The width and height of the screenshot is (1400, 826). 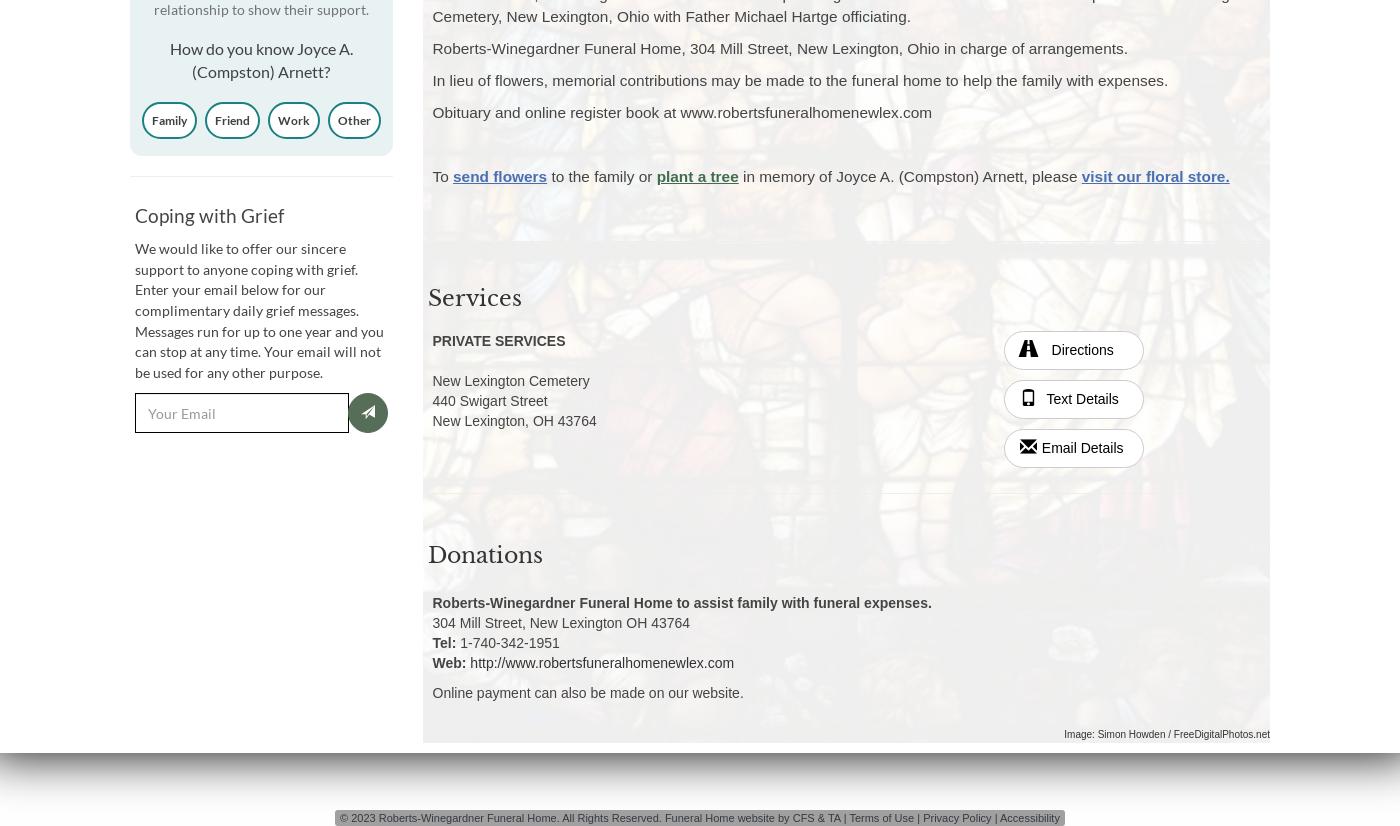 I want to click on 'Terms of Use', so click(x=848, y=816).